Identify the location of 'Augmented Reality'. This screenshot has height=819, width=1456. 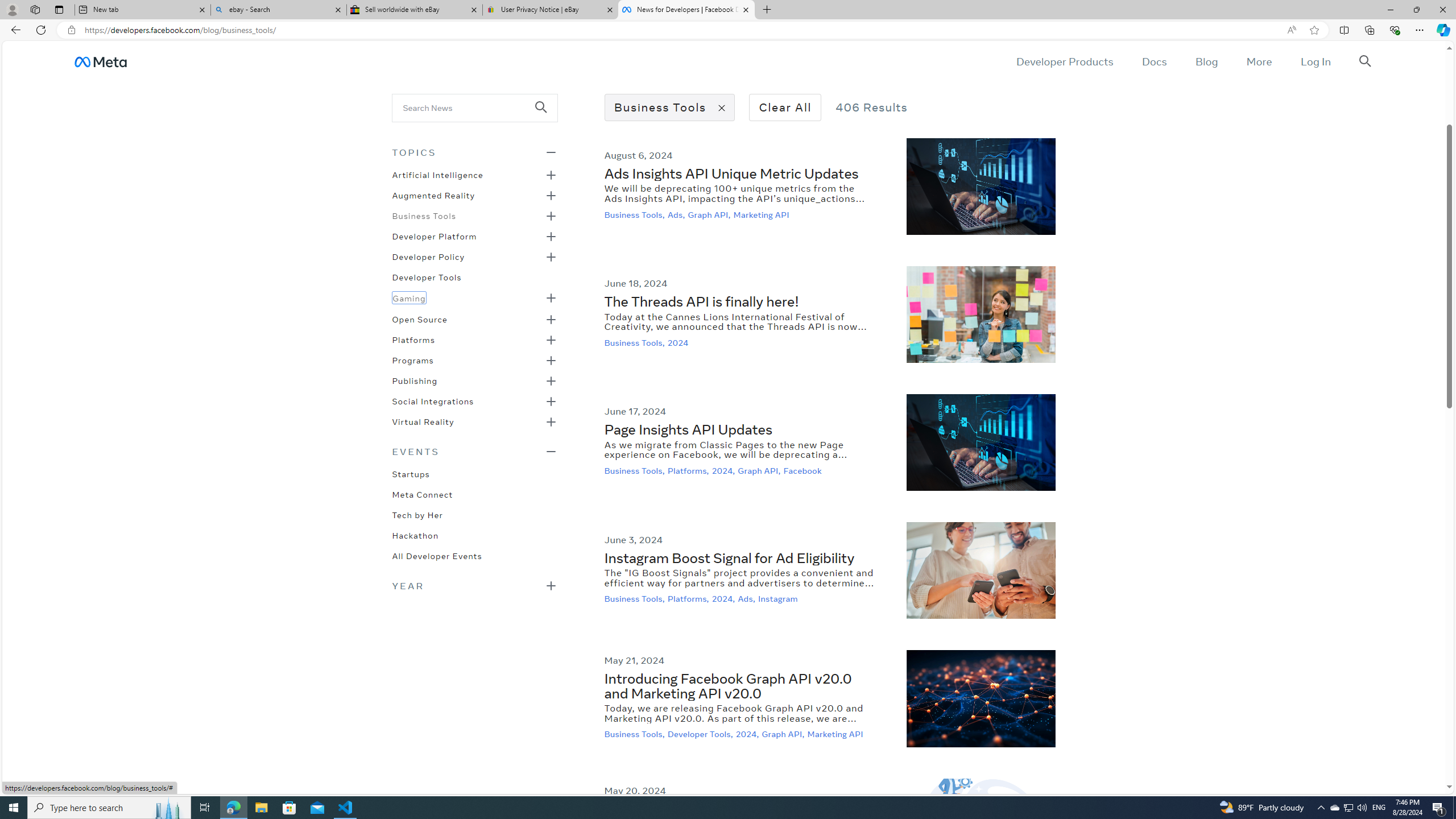
(433, 194).